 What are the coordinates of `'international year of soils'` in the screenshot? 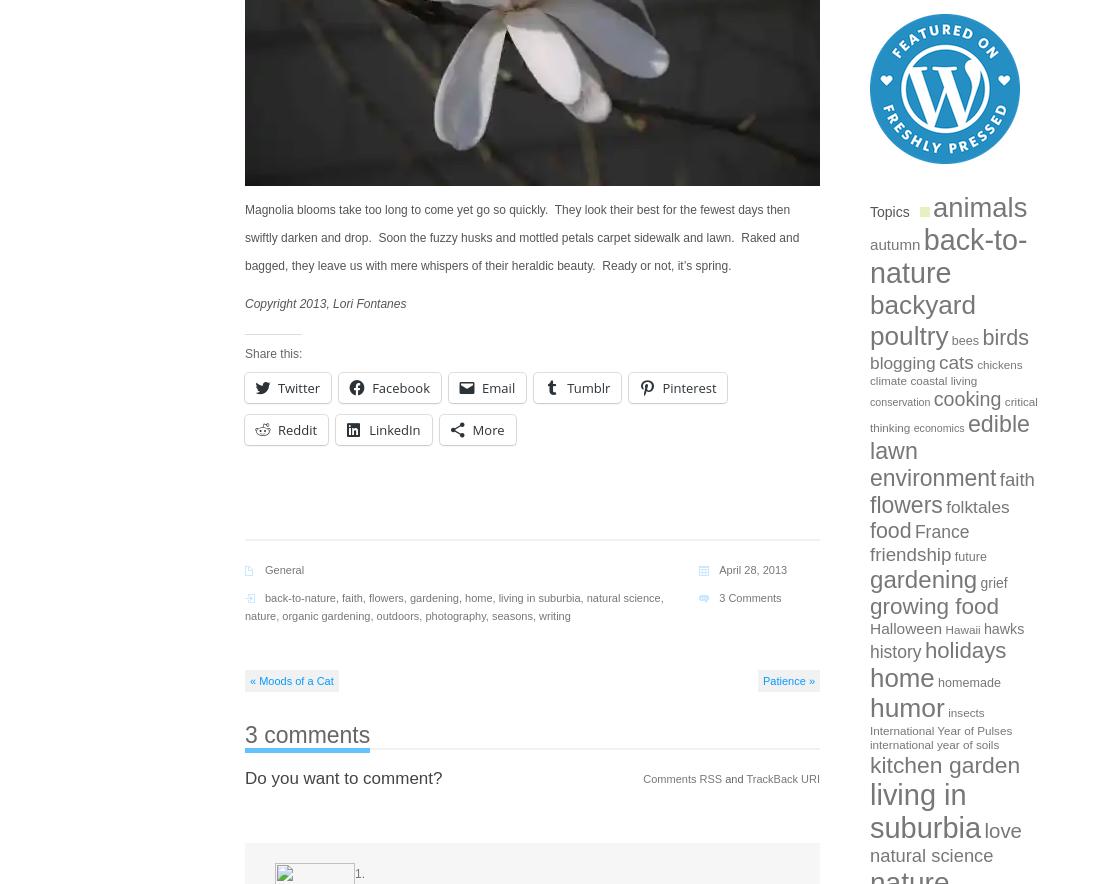 It's located at (868, 744).